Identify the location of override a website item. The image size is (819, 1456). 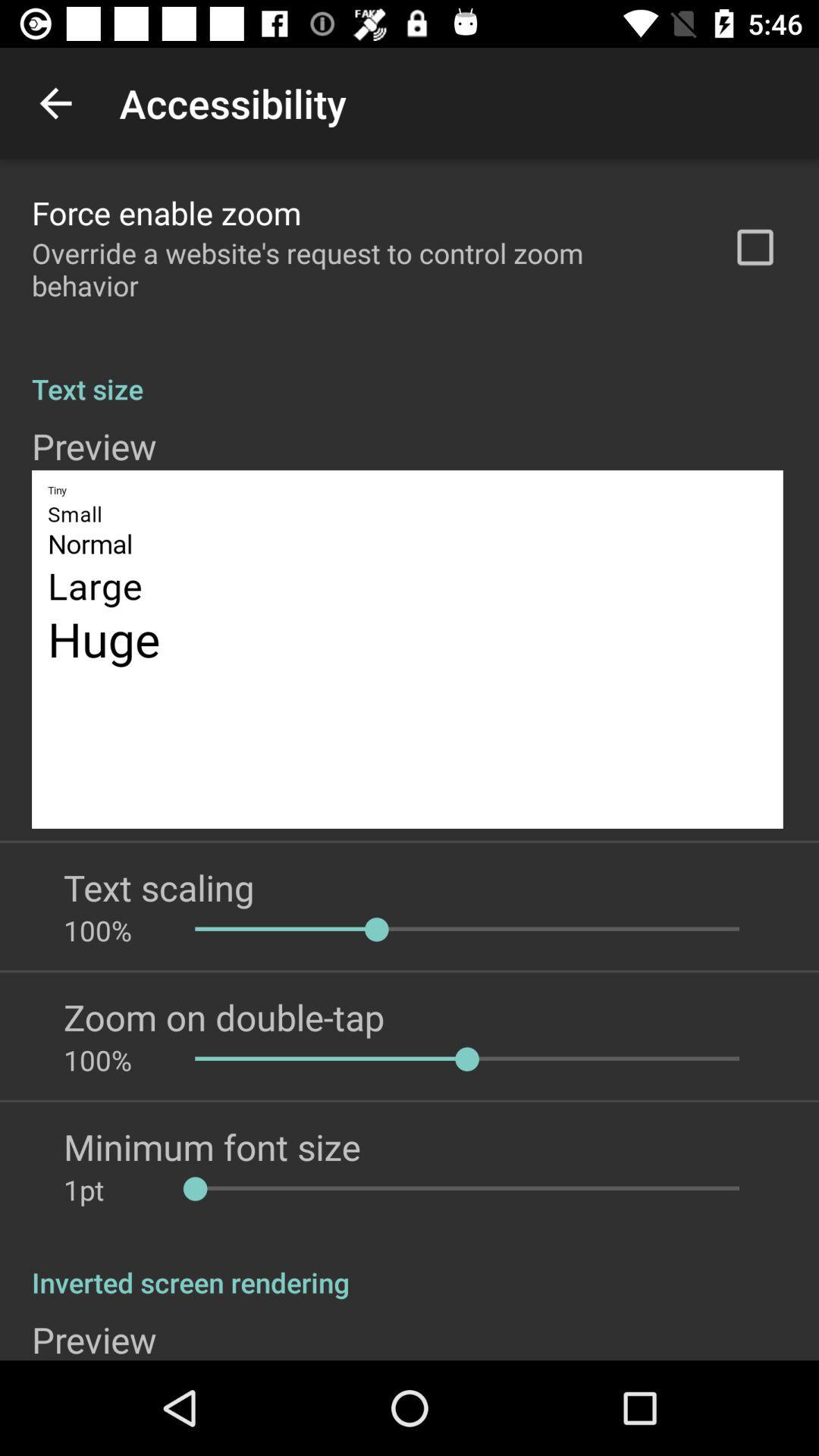
(362, 269).